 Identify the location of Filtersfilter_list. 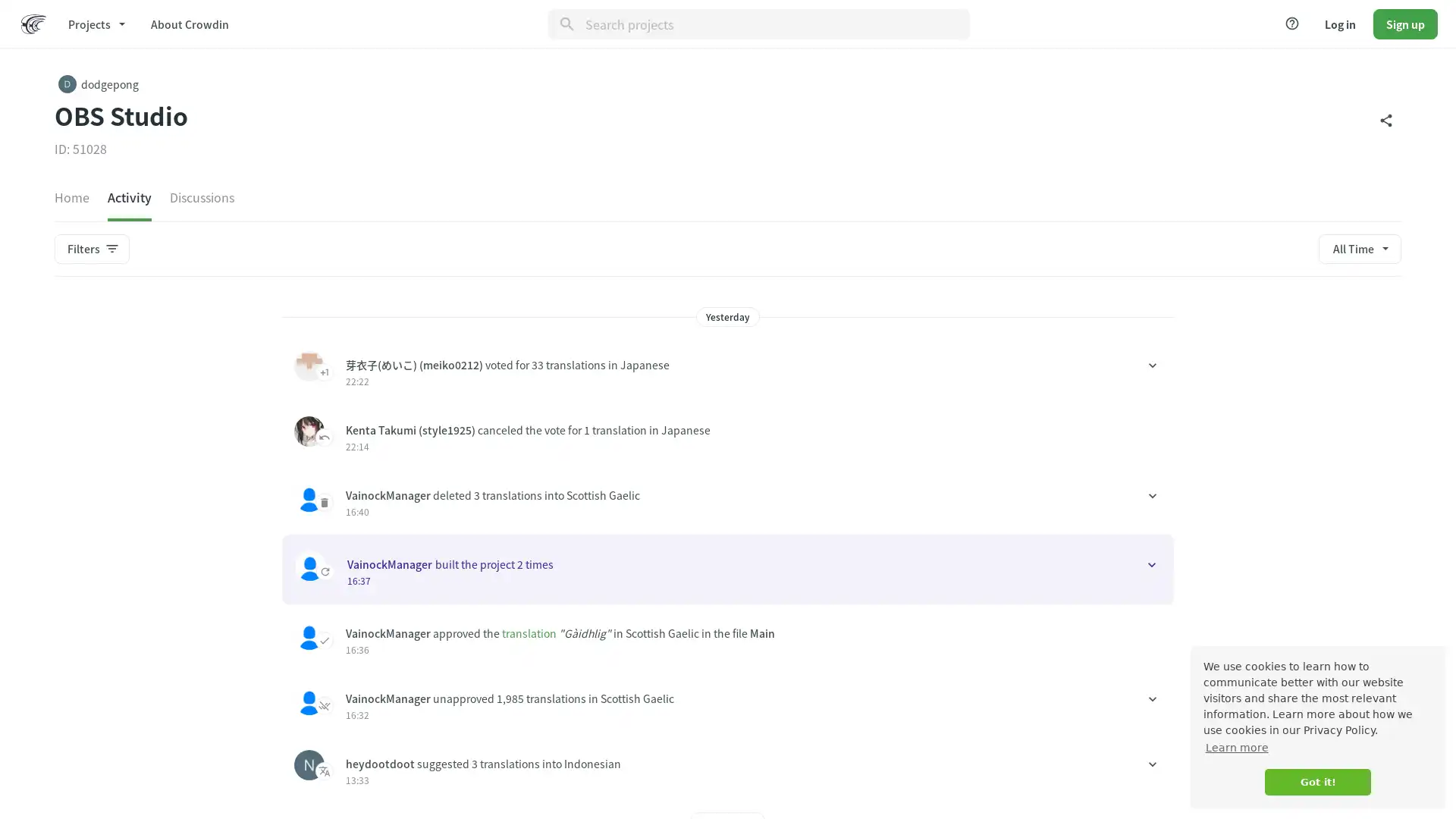
(91, 247).